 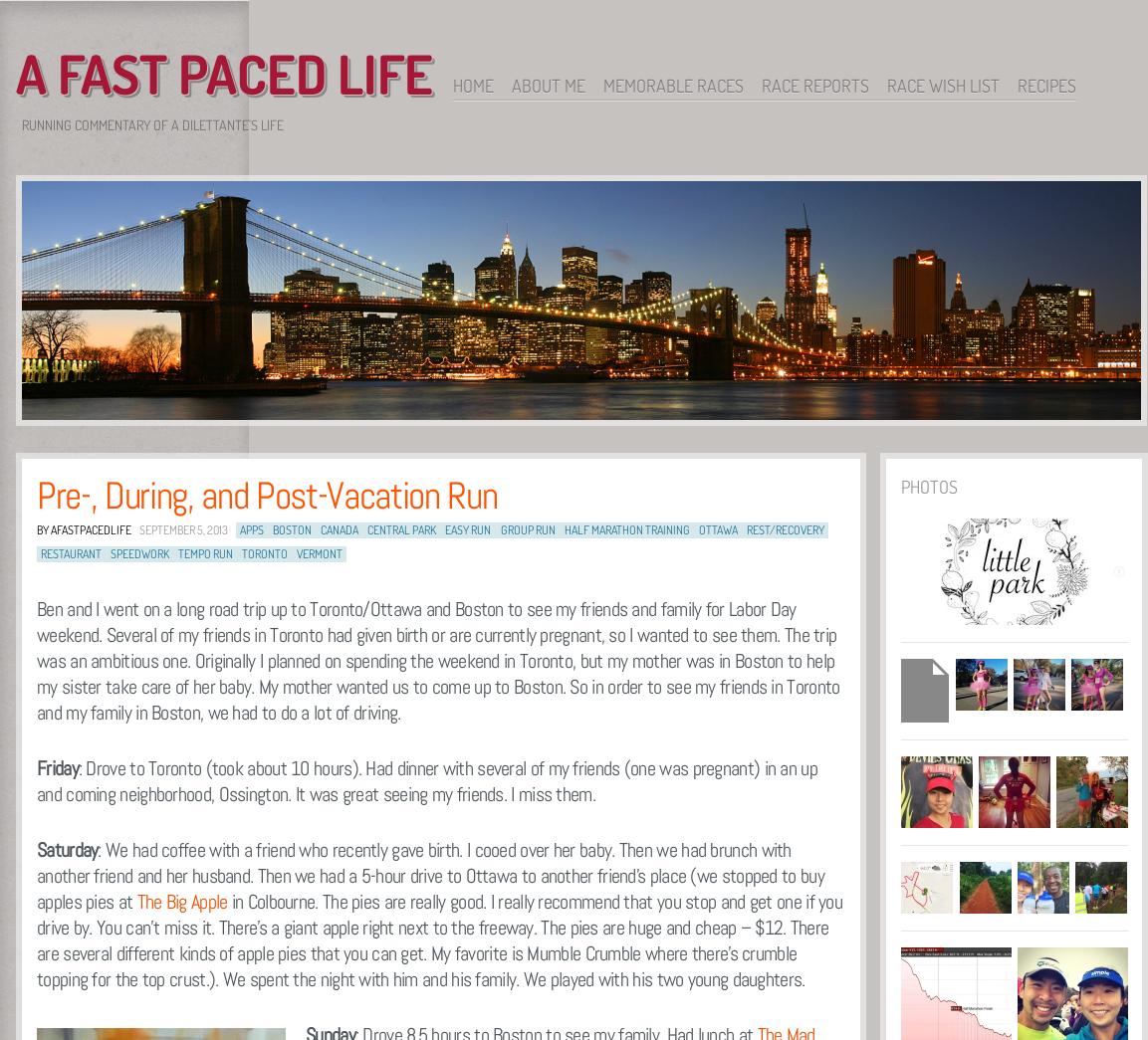 What do you see at coordinates (271, 529) in the screenshot?
I see `'Boston'` at bounding box center [271, 529].